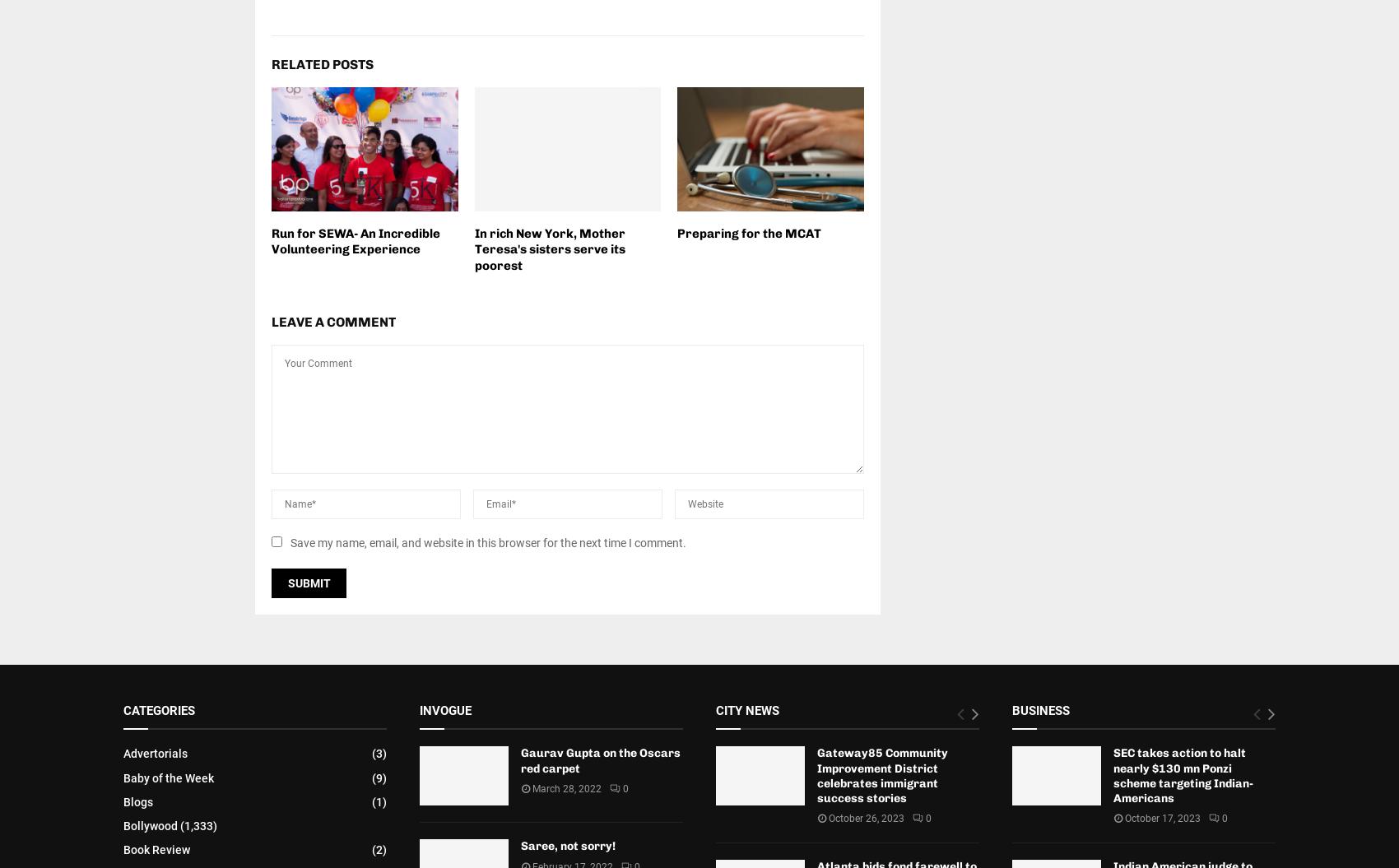  What do you see at coordinates (168, 777) in the screenshot?
I see `'Baby of the Week'` at bounding box center [168, 777].